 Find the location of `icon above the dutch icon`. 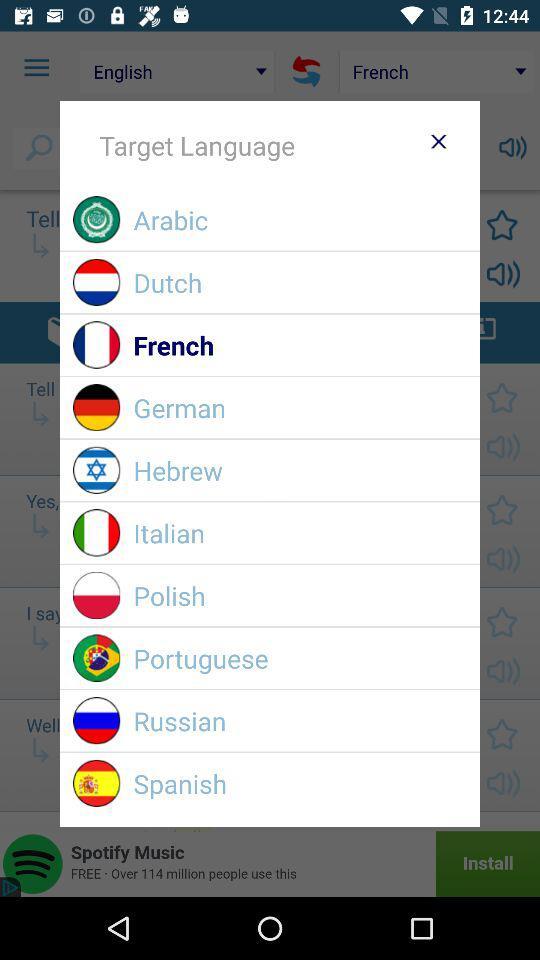

icon above the dutch icon is located at coordinates (299, 219).